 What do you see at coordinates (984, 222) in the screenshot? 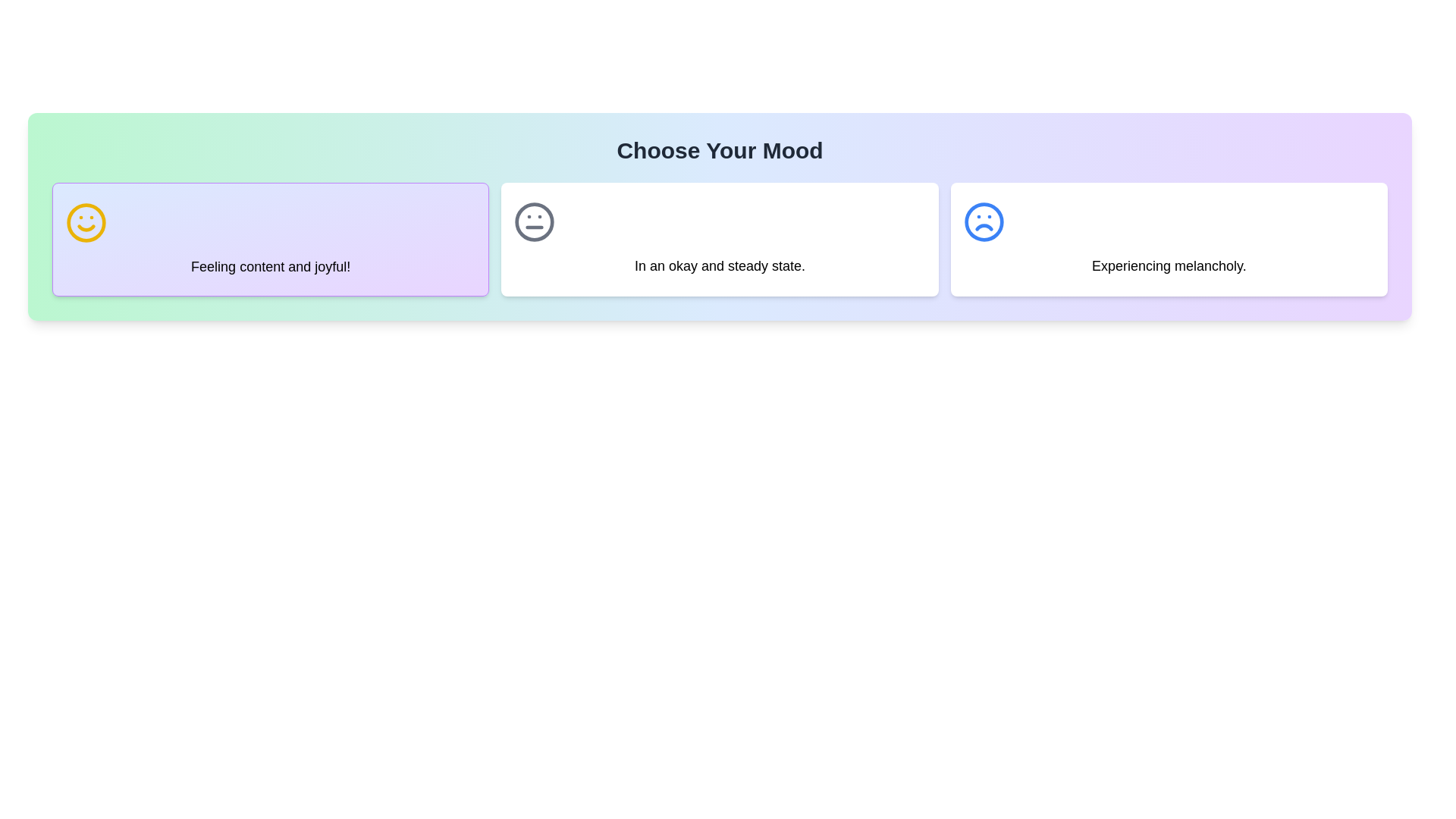
I see `circular SVG graphic element with a blue stroke, centered within the sad emoji icon, located in the rightmost panel of the mood options` at bounding box center [984, 222].